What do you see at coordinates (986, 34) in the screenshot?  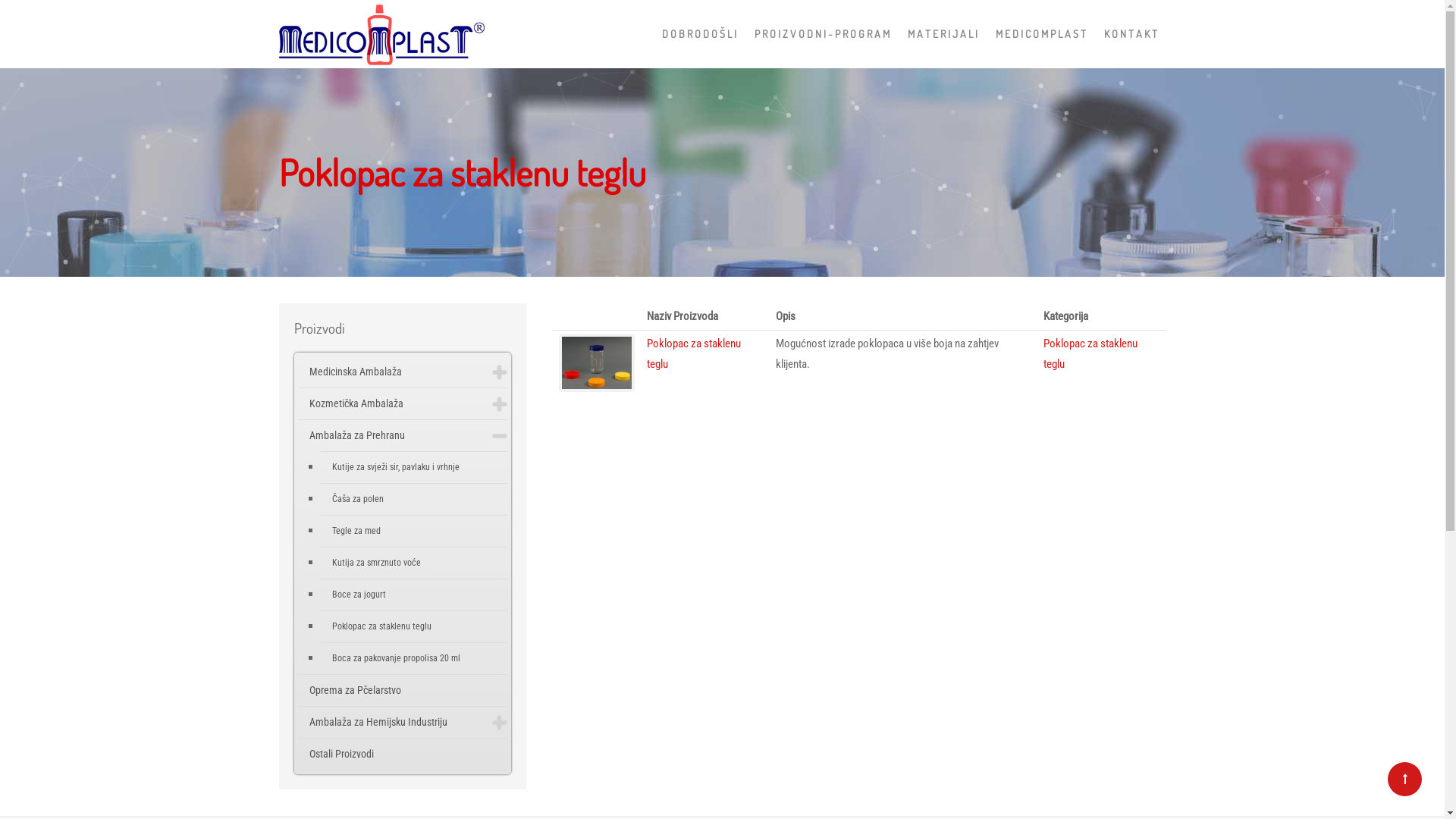 I see `'M E D I C O M P L A S T'` at bounding box center [986, 34].